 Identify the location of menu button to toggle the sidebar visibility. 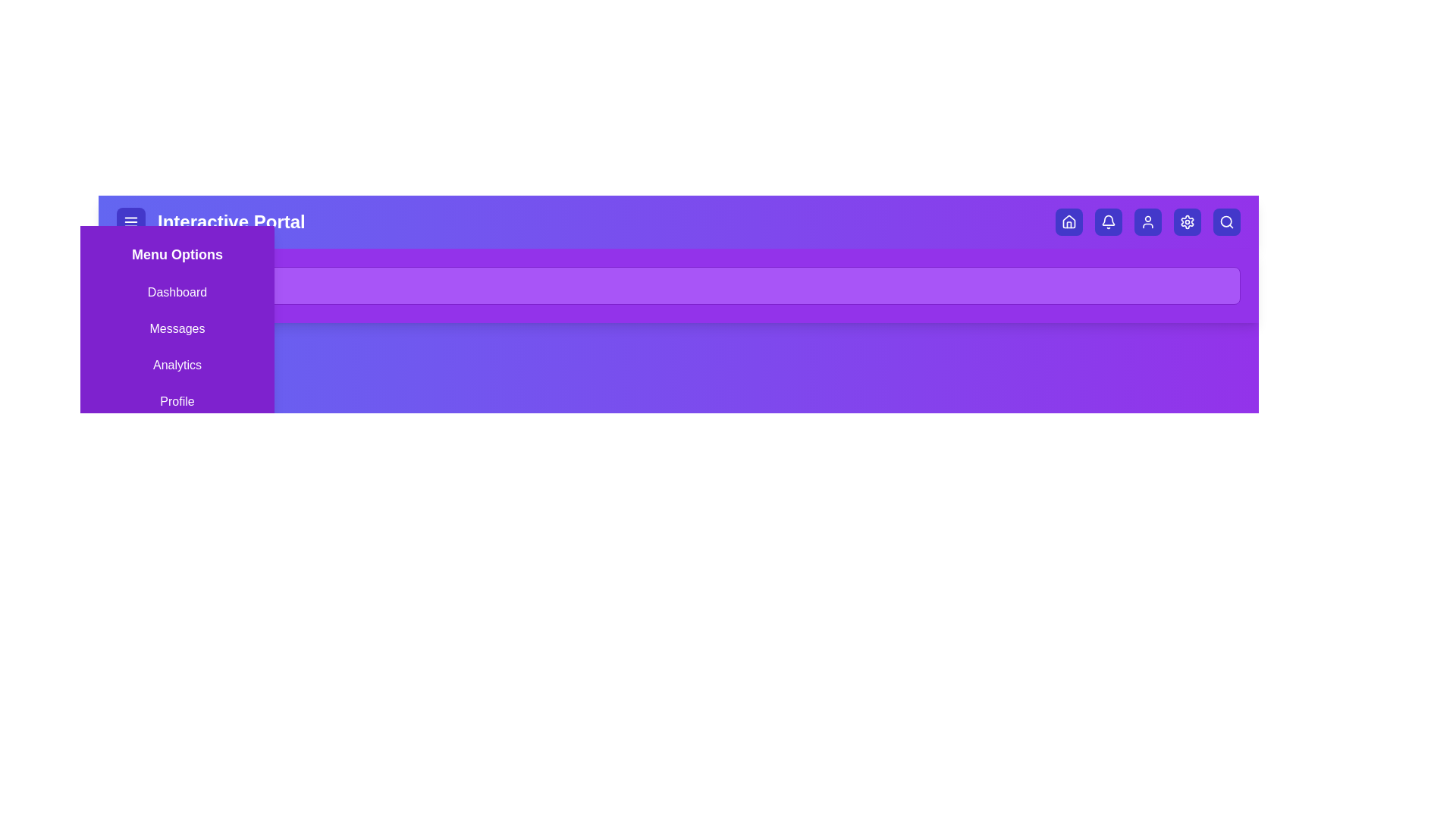
(130, 222).